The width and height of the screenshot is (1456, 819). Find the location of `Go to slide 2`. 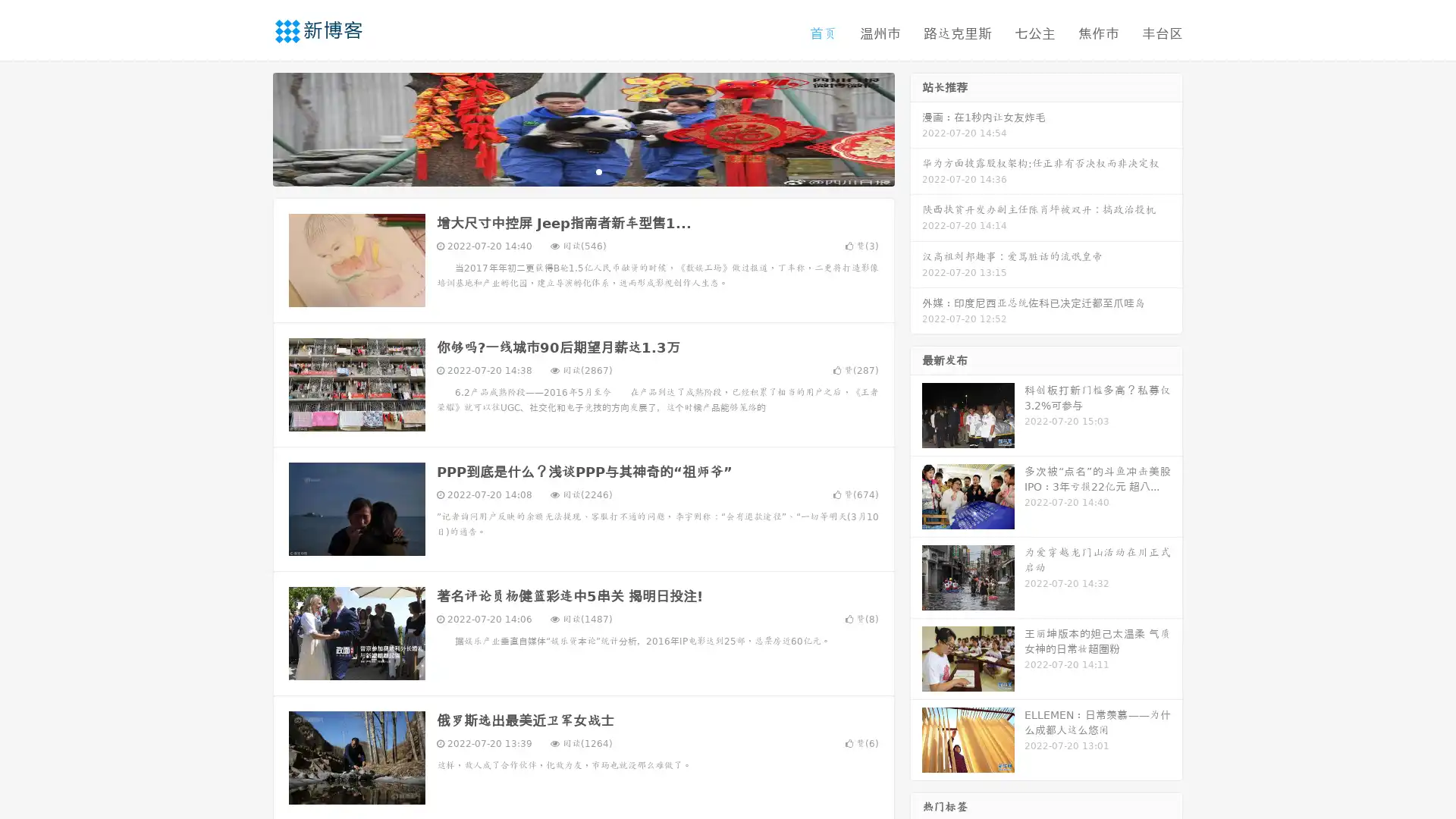

Go to slide 2 is located at coordinates (582, 171).